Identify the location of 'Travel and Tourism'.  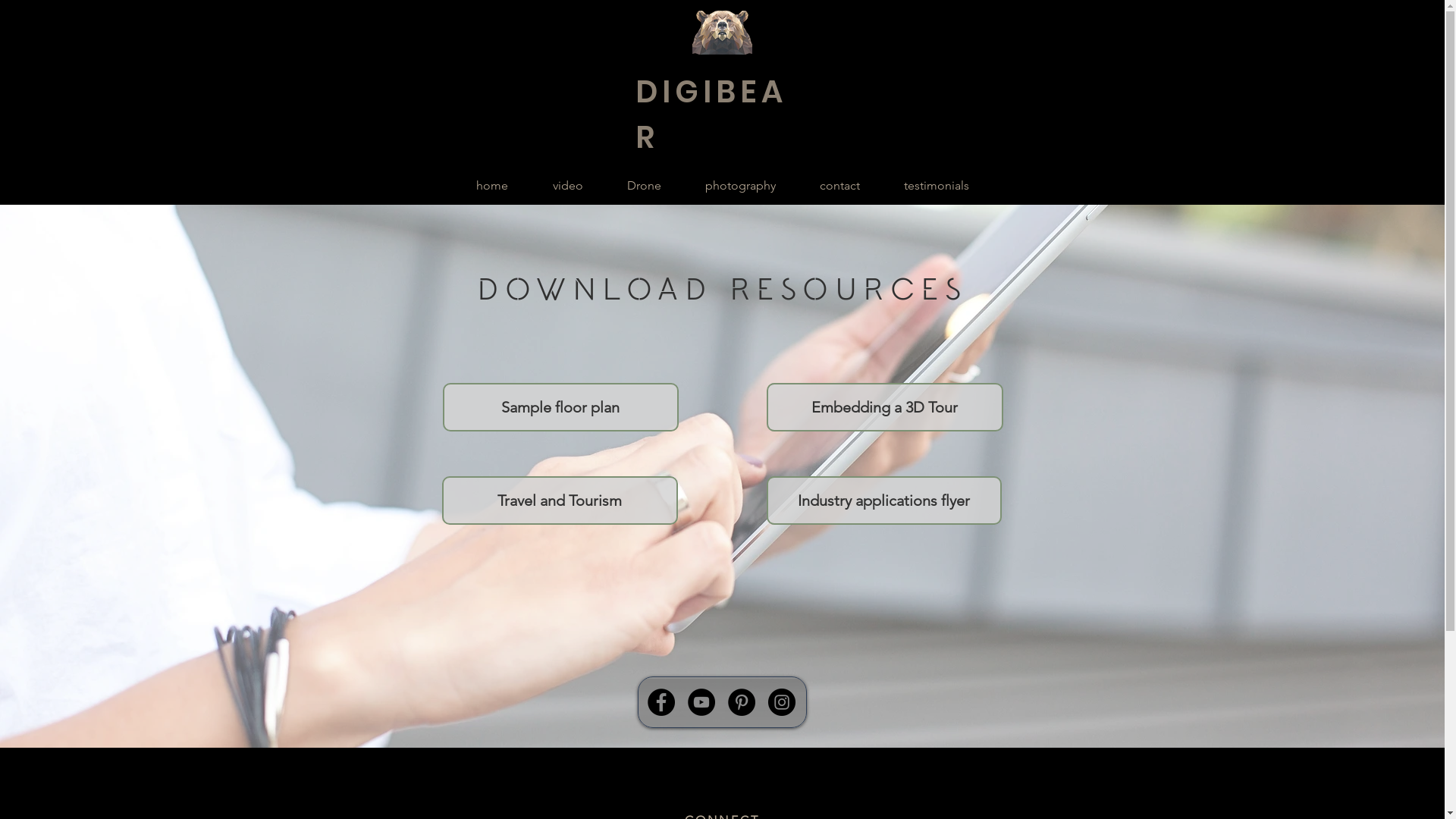
(558, 500).